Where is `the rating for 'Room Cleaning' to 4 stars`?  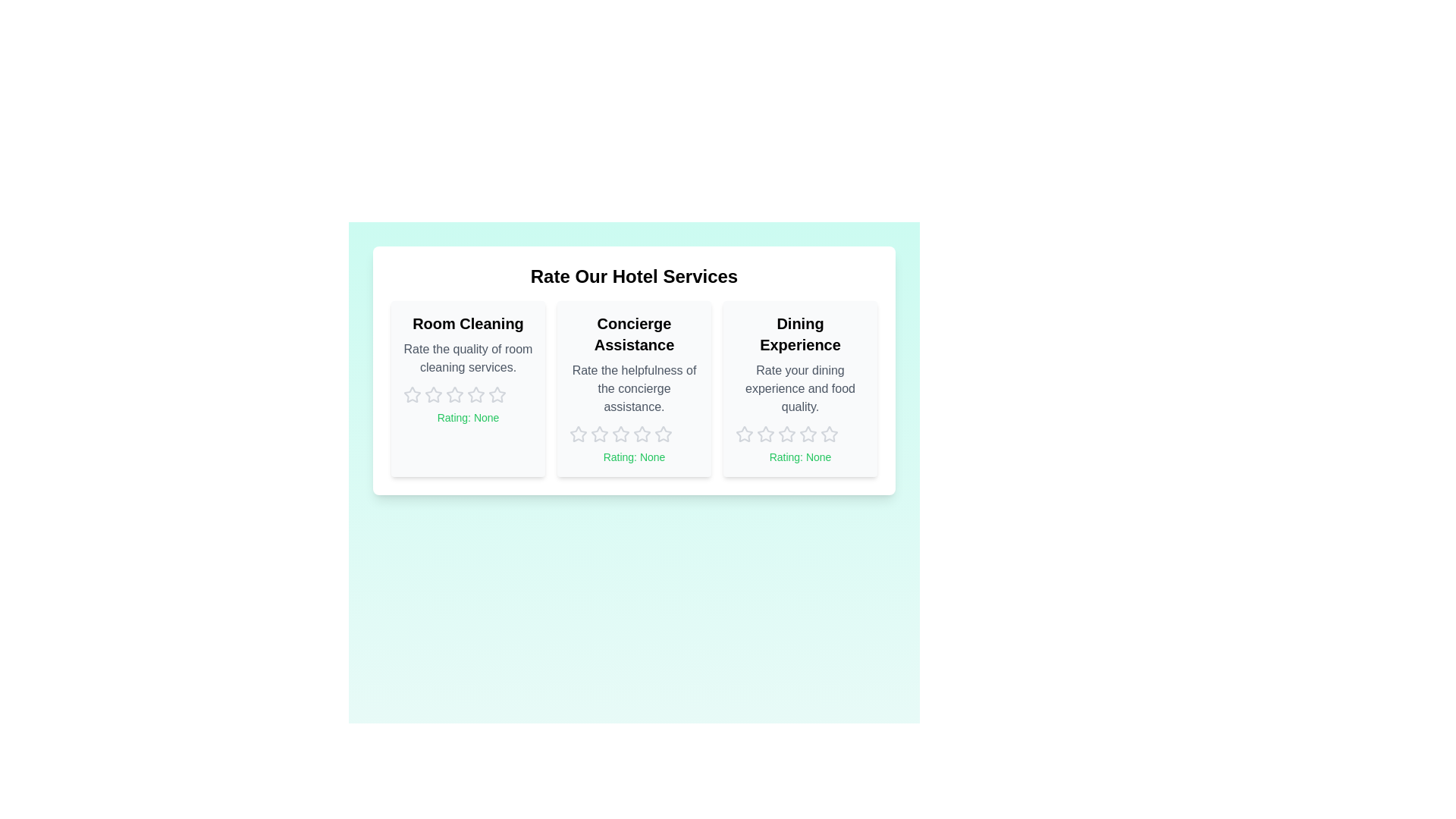
the rating for 'Room Cleaning' to 4 stars is located at coordinates (475, 394).